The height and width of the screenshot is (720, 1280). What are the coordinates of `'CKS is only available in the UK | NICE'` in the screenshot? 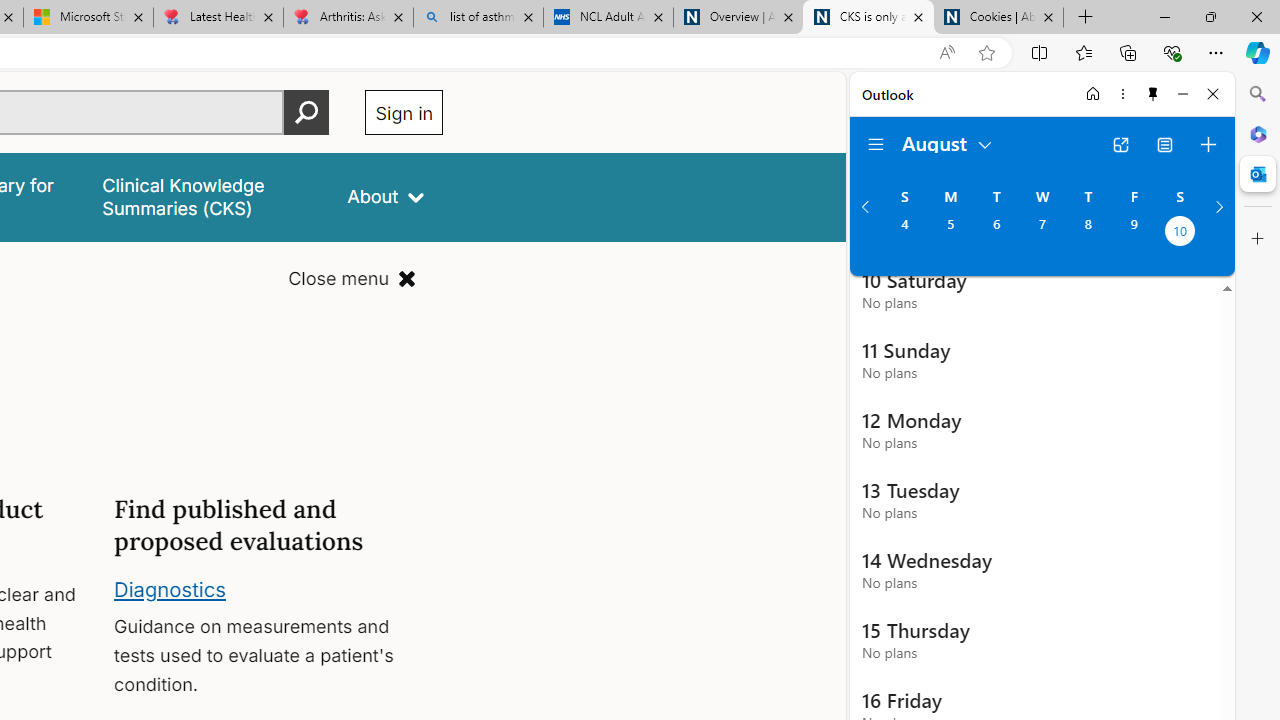 It's located at (868, 17).